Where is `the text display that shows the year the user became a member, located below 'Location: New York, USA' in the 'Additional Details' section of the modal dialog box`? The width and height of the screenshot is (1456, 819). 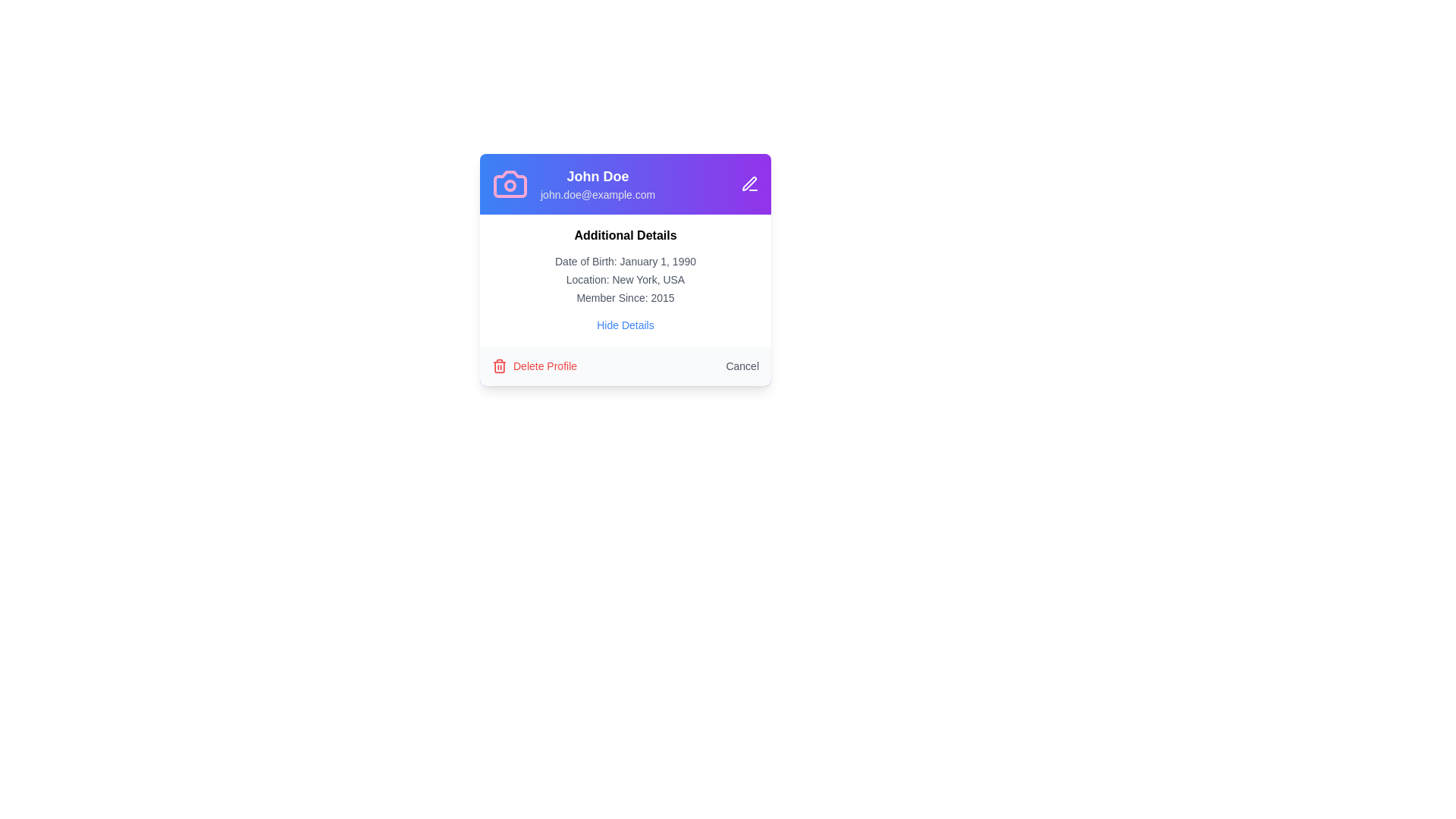
the text display that shows the year the user became a member, located below 'Location: New York, USA' in the 'Additional Details' section of the modal dialog box is located at coordinates (626, 298).